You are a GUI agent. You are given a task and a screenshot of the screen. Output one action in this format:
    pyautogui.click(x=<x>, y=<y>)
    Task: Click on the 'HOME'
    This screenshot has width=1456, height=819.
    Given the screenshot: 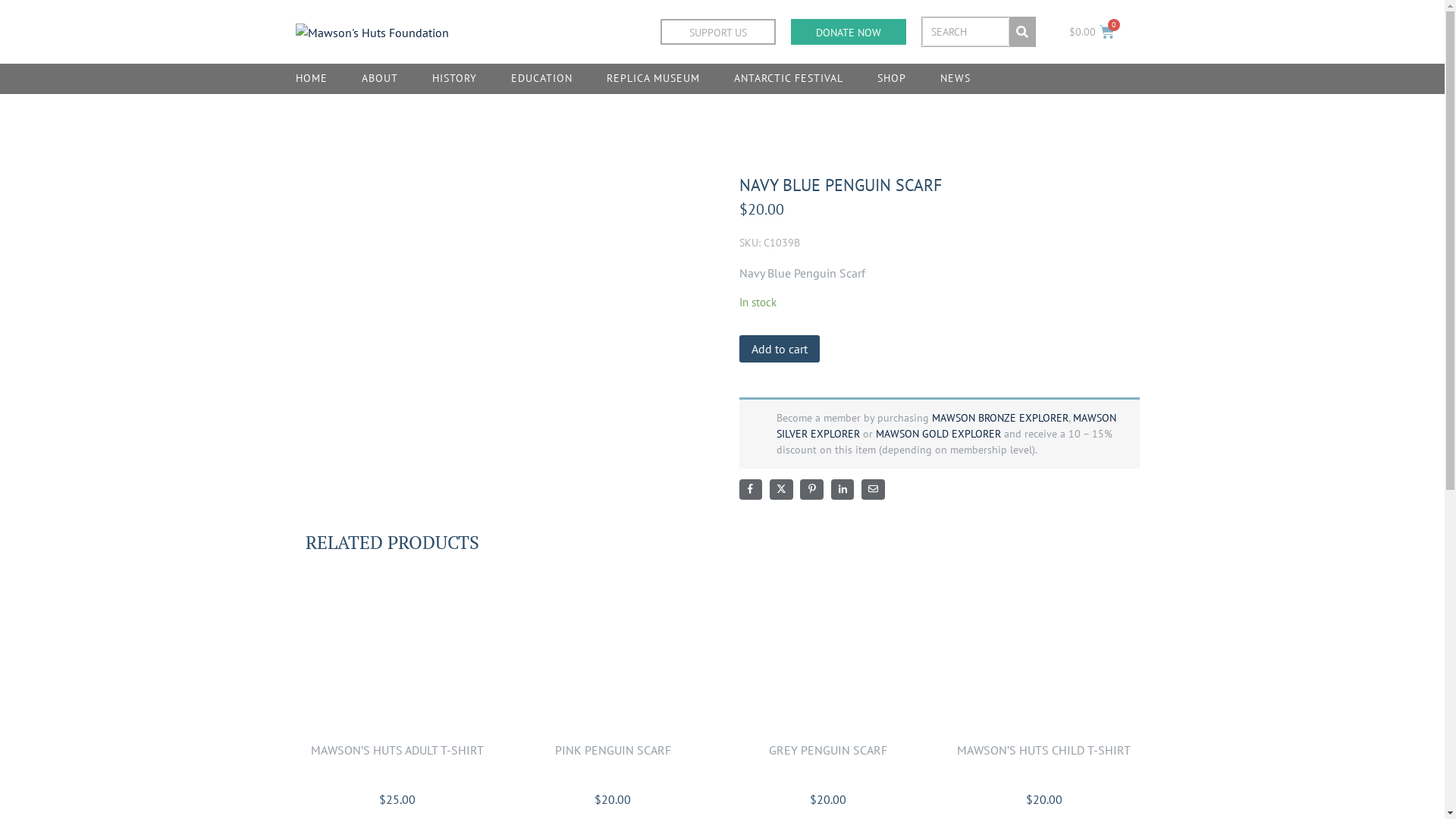 What is the action you would take?
    pyautogui.click(x=311, y=79)
    